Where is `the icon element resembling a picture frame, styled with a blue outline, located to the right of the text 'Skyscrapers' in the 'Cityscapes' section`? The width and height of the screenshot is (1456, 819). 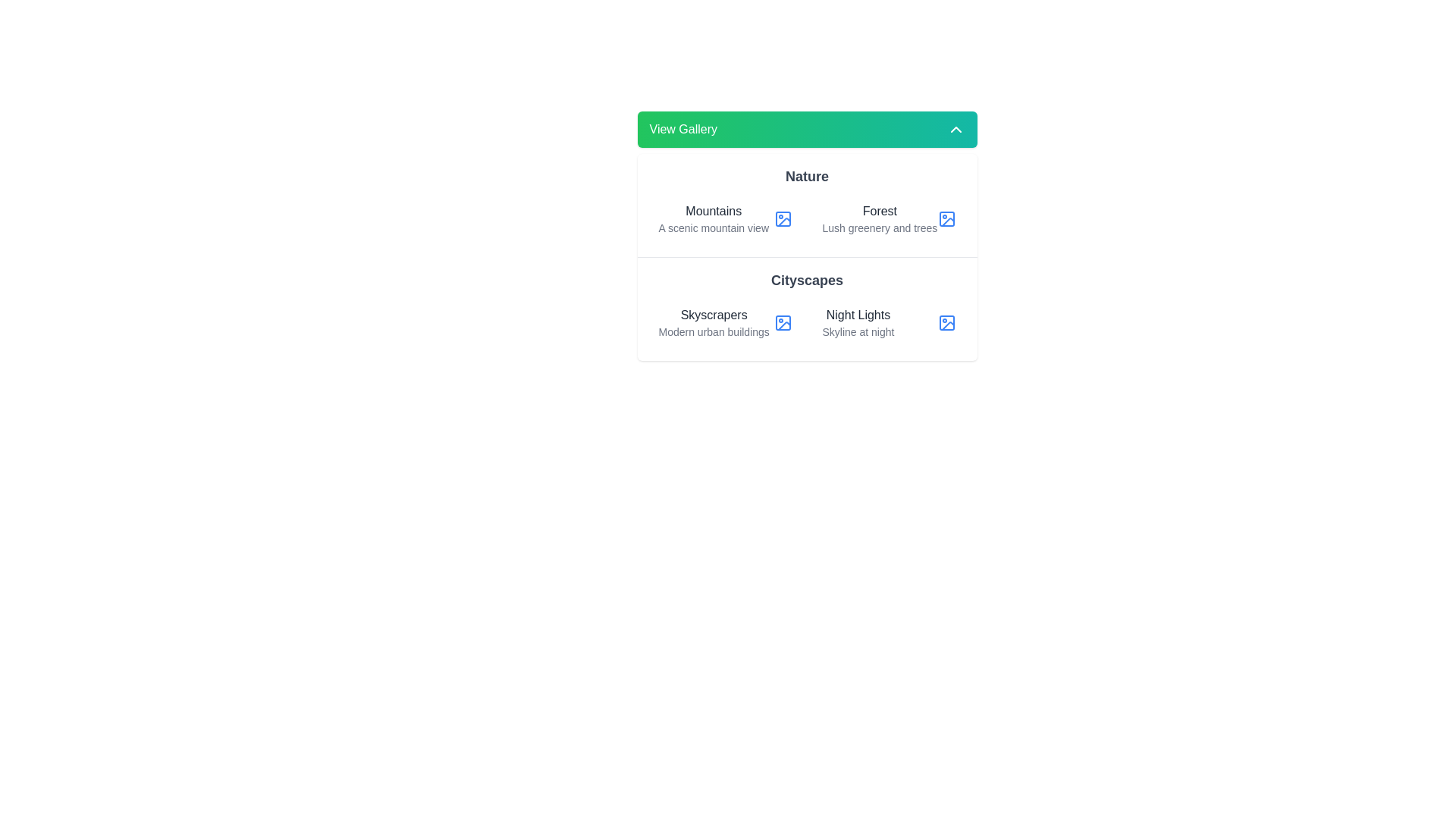
the icon element resembling a picture frame, styled with a blue outline, located to the right of the text 'Skyscrapers' in the 'Cityscapes' section is located at coordinates (783, 322).